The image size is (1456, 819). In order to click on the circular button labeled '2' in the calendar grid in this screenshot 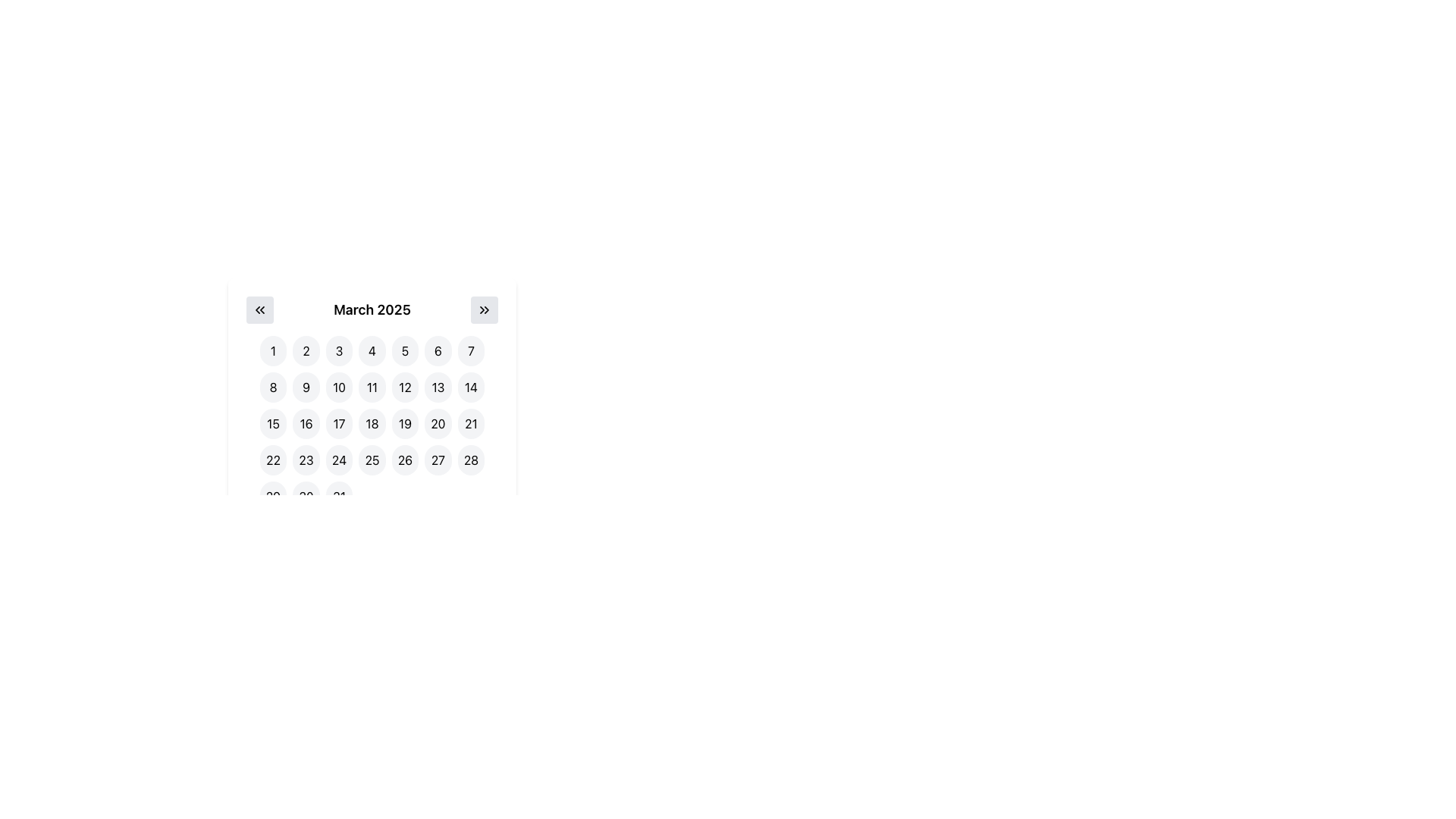, I will do `click(305, 350)`.